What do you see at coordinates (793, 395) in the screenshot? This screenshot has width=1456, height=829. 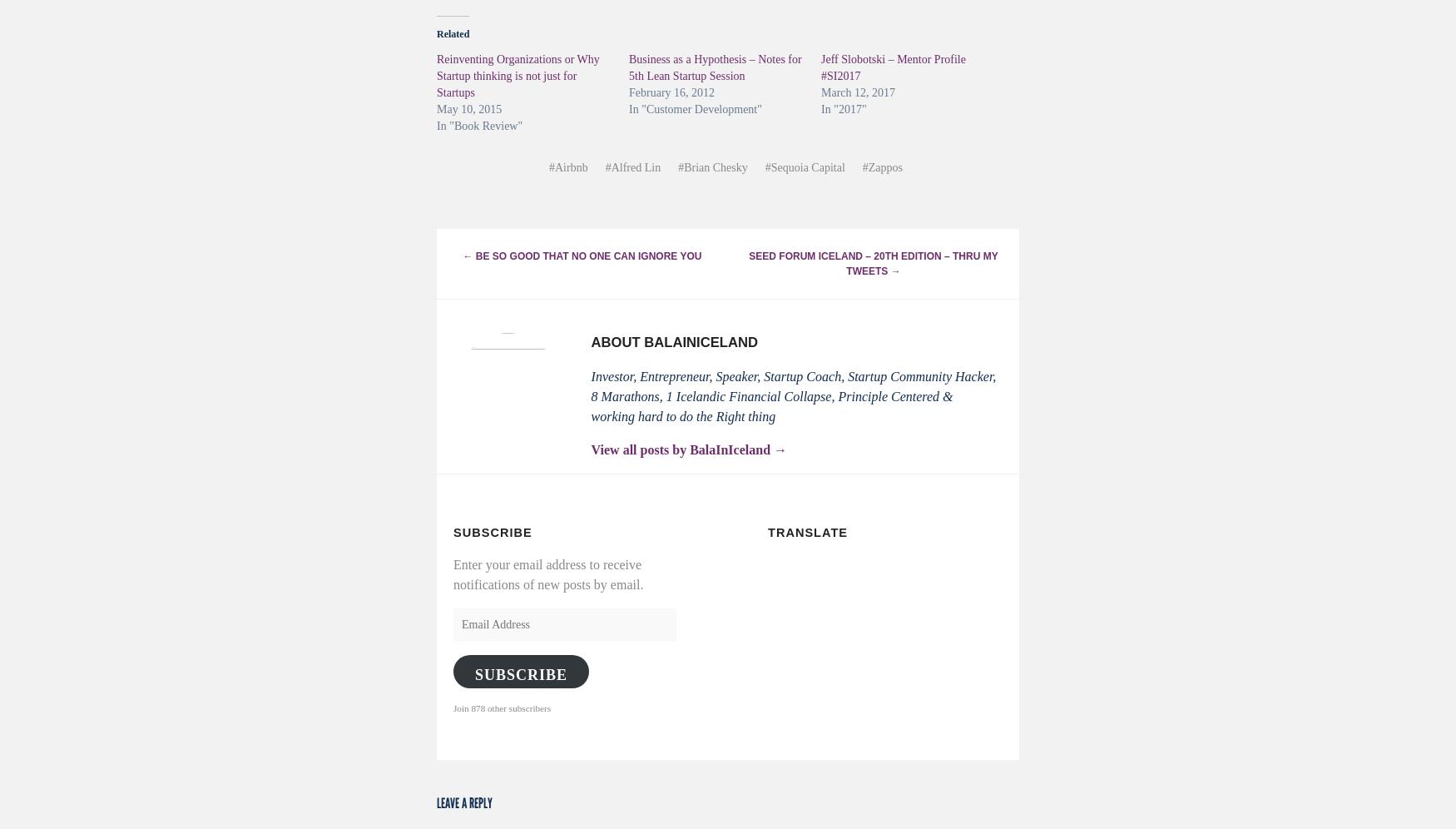 I see `'Investor, Entrepreneur, Speaker, Startup Coach, Startup Community Hacker, 8 Marathons, 1 Icelandic Financial Collapse, Principle Centered & working hard to do the Right thing'` at bounding box center [793, 395].